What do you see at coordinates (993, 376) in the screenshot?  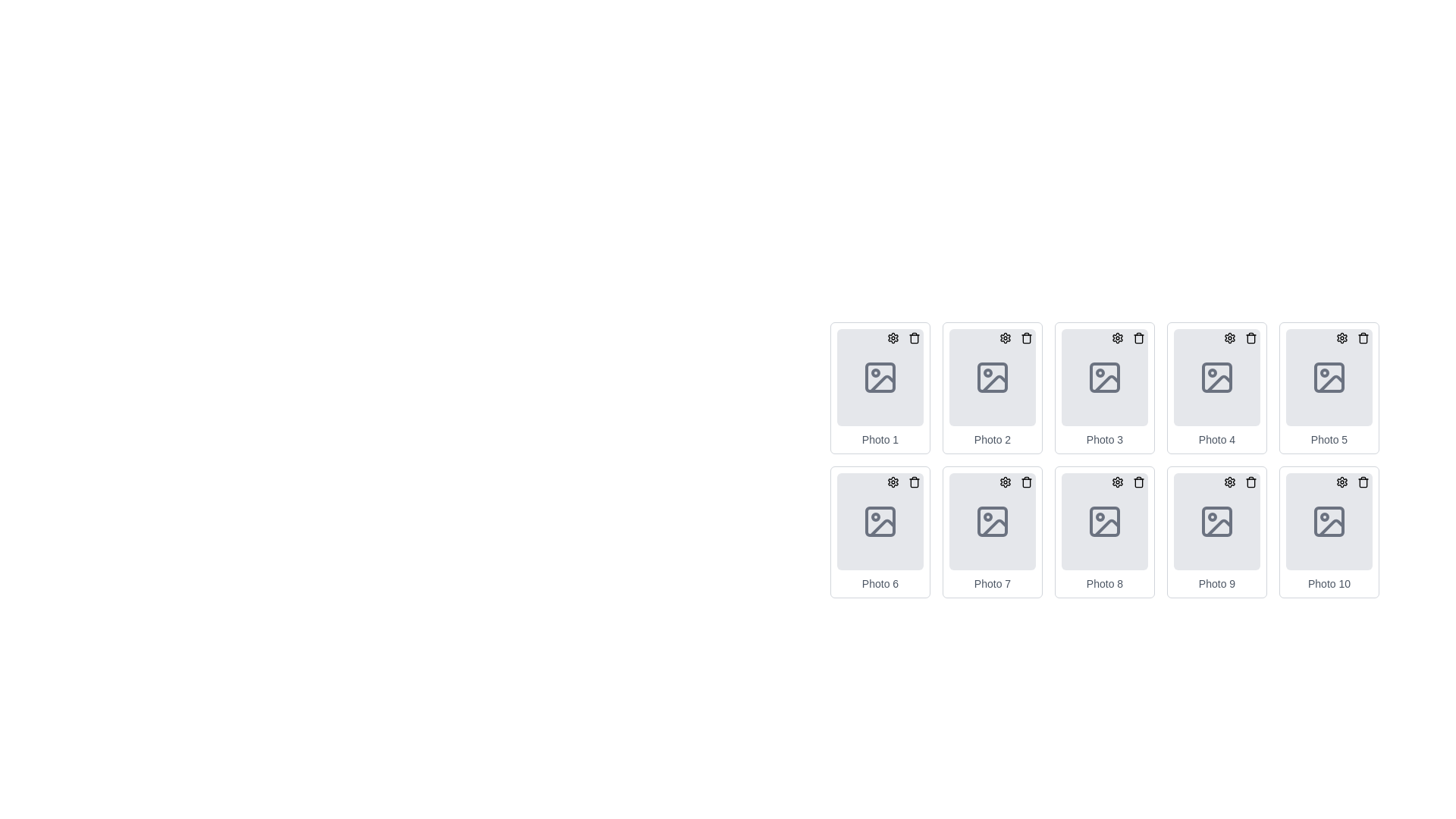 I see `the graphic/icon depicting an image placeholder with a light gray background and a darker gray border, which is the second item in the first row of icons, for repositioning` at bounding box center [993, 376].